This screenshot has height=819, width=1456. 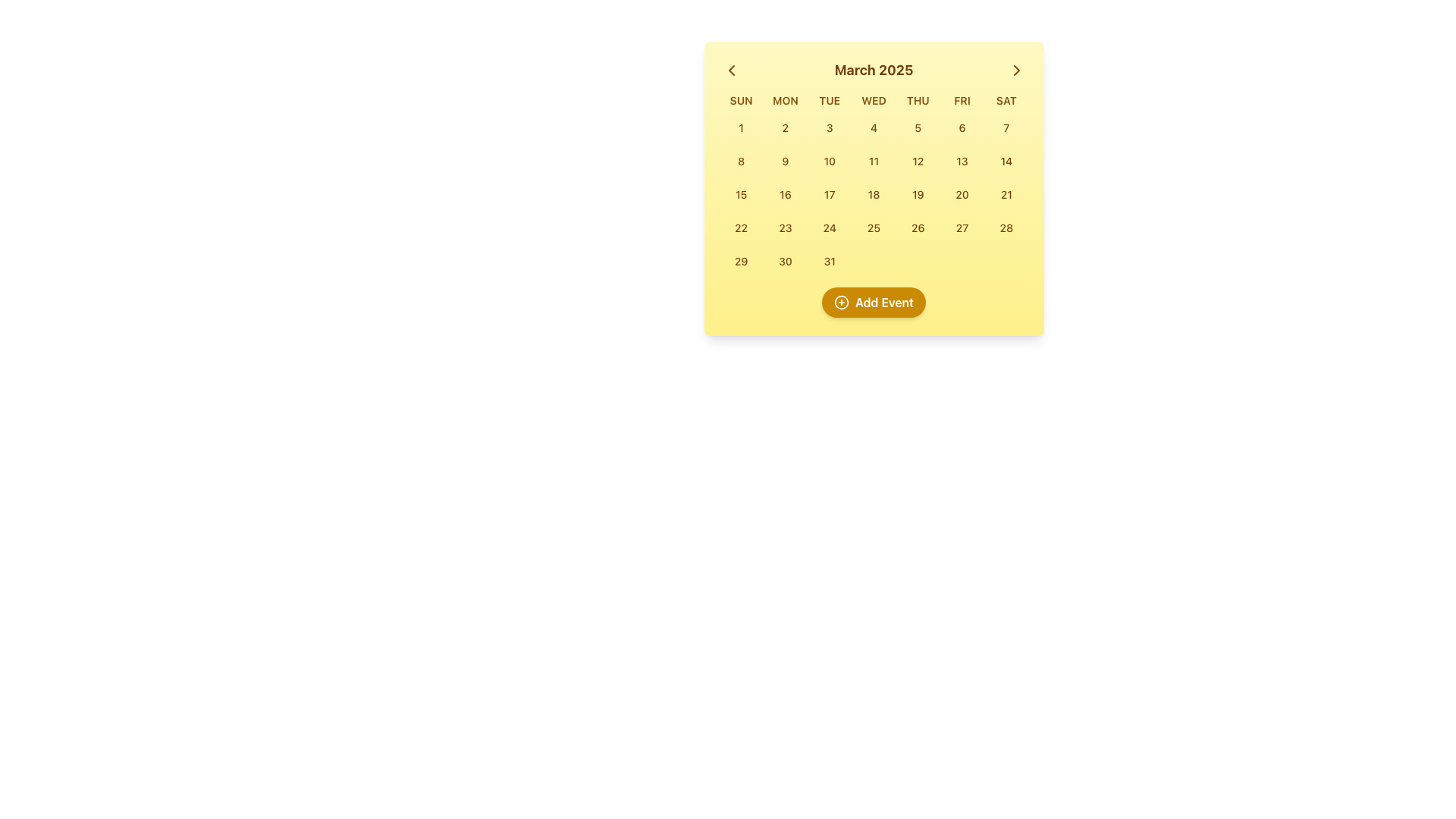 What do you see at coordinates (1006, 194) in the screenshot?
I see `the clickable date cell representing the date '21' in the calendar grid` at bounding box center [1006, 194].